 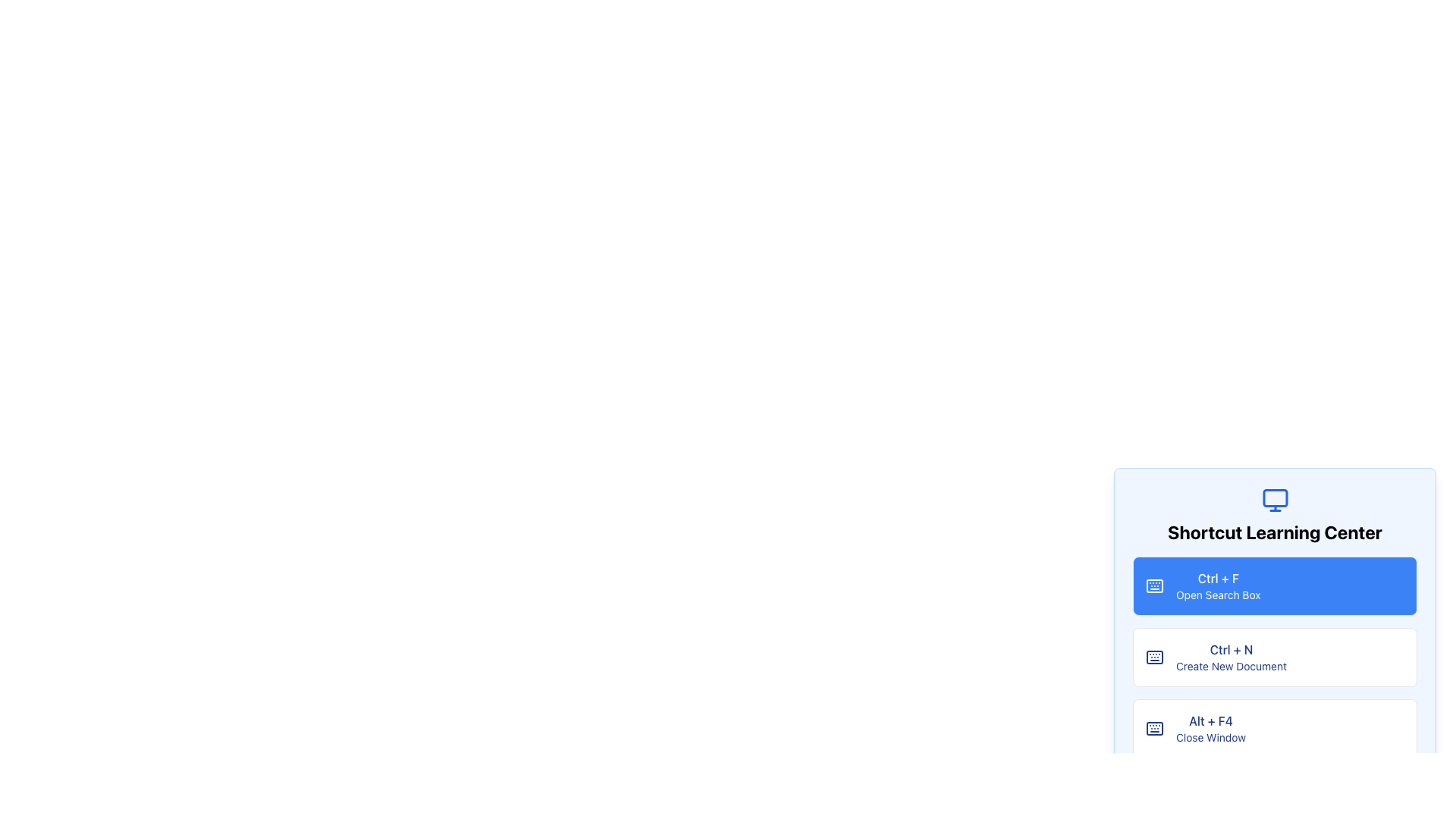 What do you see at coordinates (1274, 727) in the screenshot?
I see `the third Shortcut card in the vertical list that shows the keyboard shortcut 'Alt + F4' for closing a window` at bounding box center [1274, 727].